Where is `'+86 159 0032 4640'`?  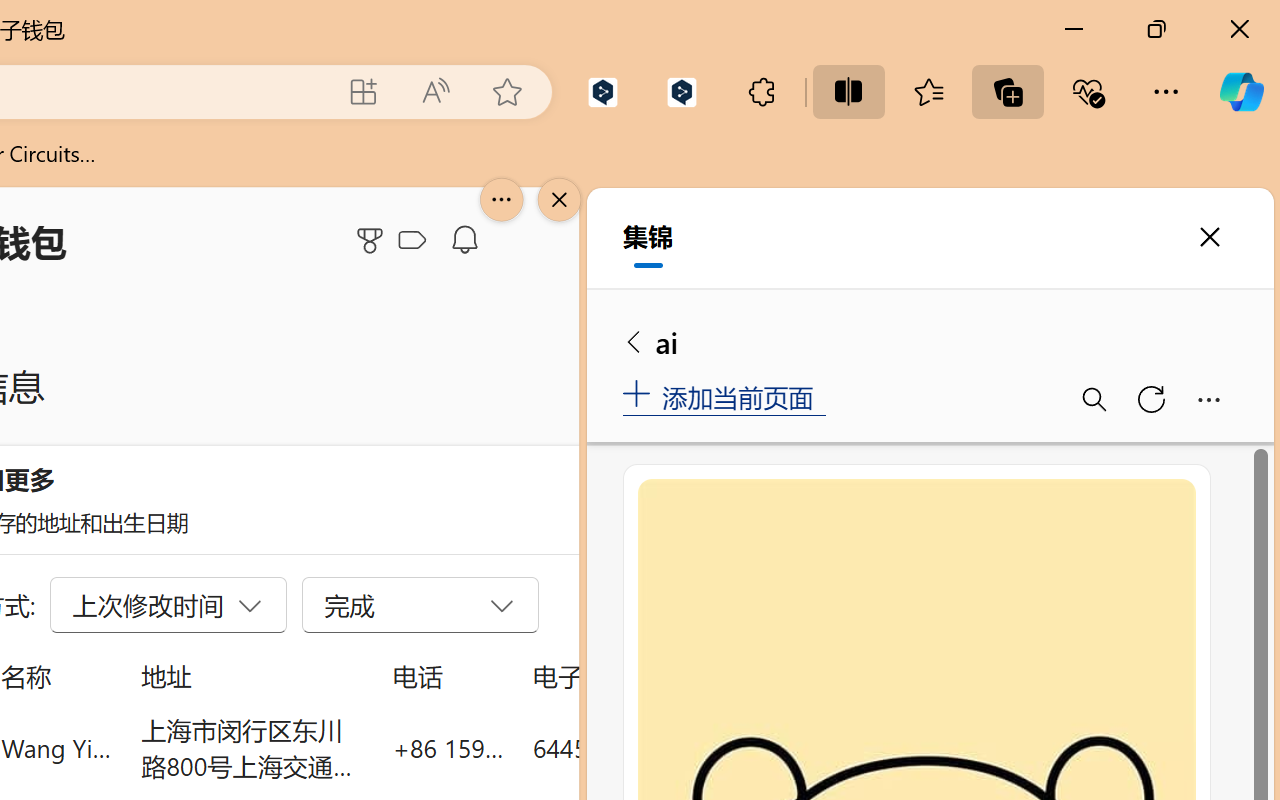
'+86 159 0032 4640' is located at coordinates (447, 747).